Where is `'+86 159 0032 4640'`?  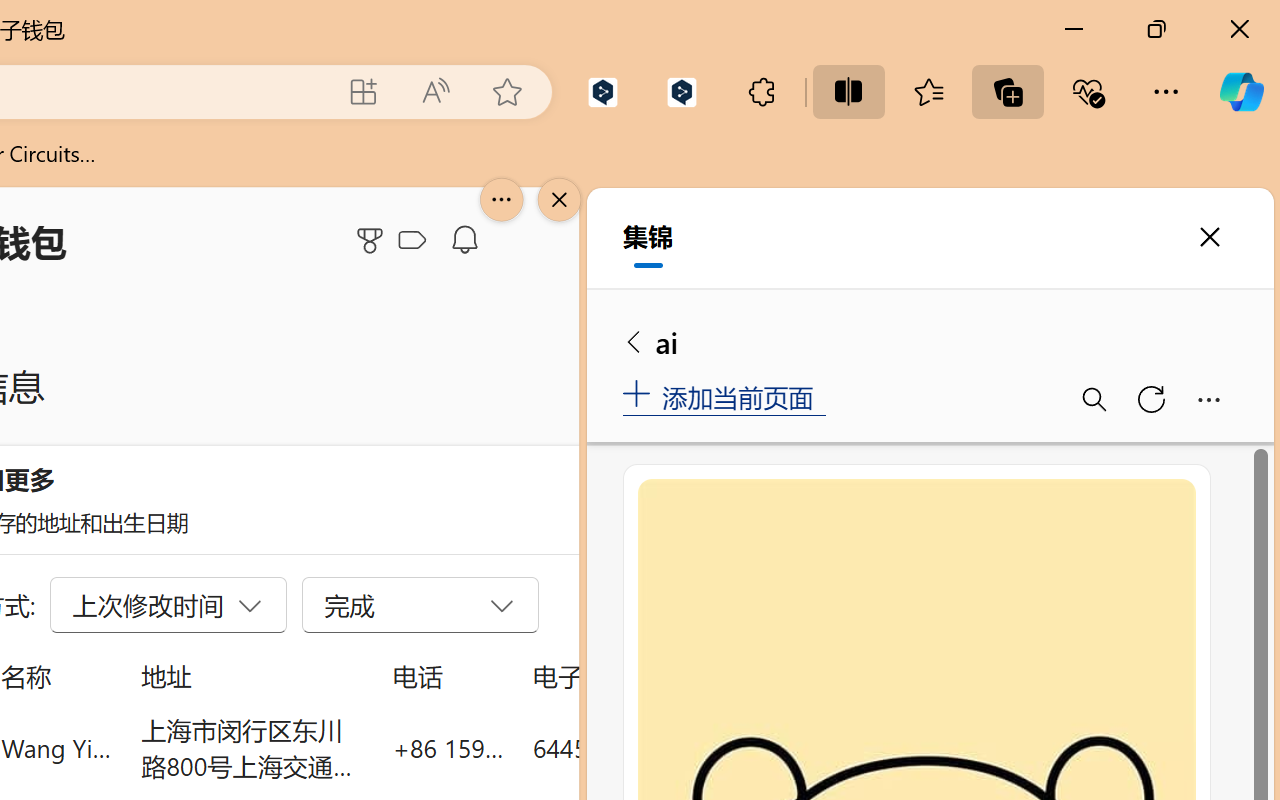
'+86 159 0032 4640' is located at coordinates (447, 747).